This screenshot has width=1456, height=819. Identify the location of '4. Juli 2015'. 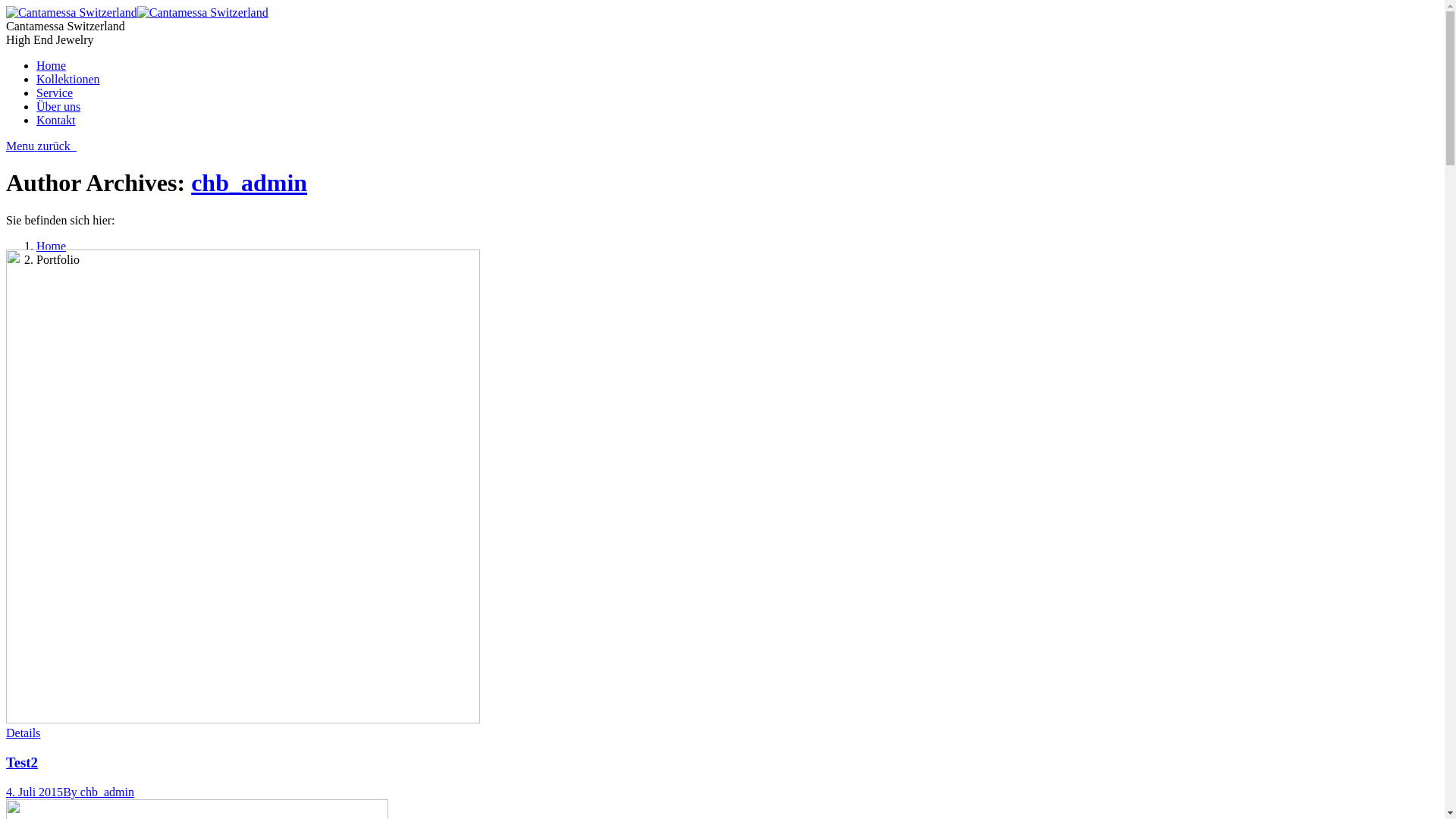
(34, 791).